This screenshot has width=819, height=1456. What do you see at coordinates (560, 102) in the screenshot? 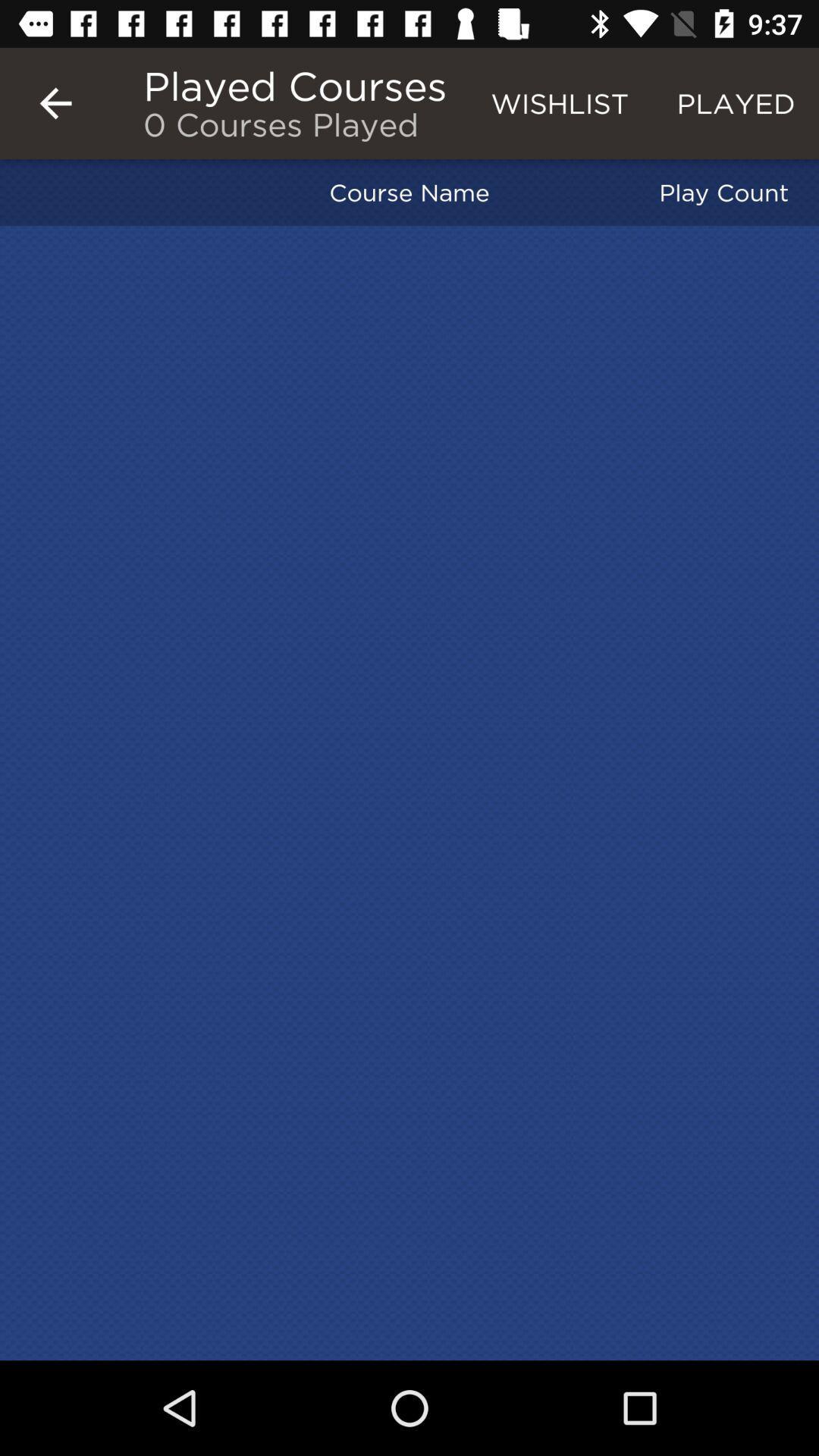
I see `icon above course name item` at bounding box center [560, 102].